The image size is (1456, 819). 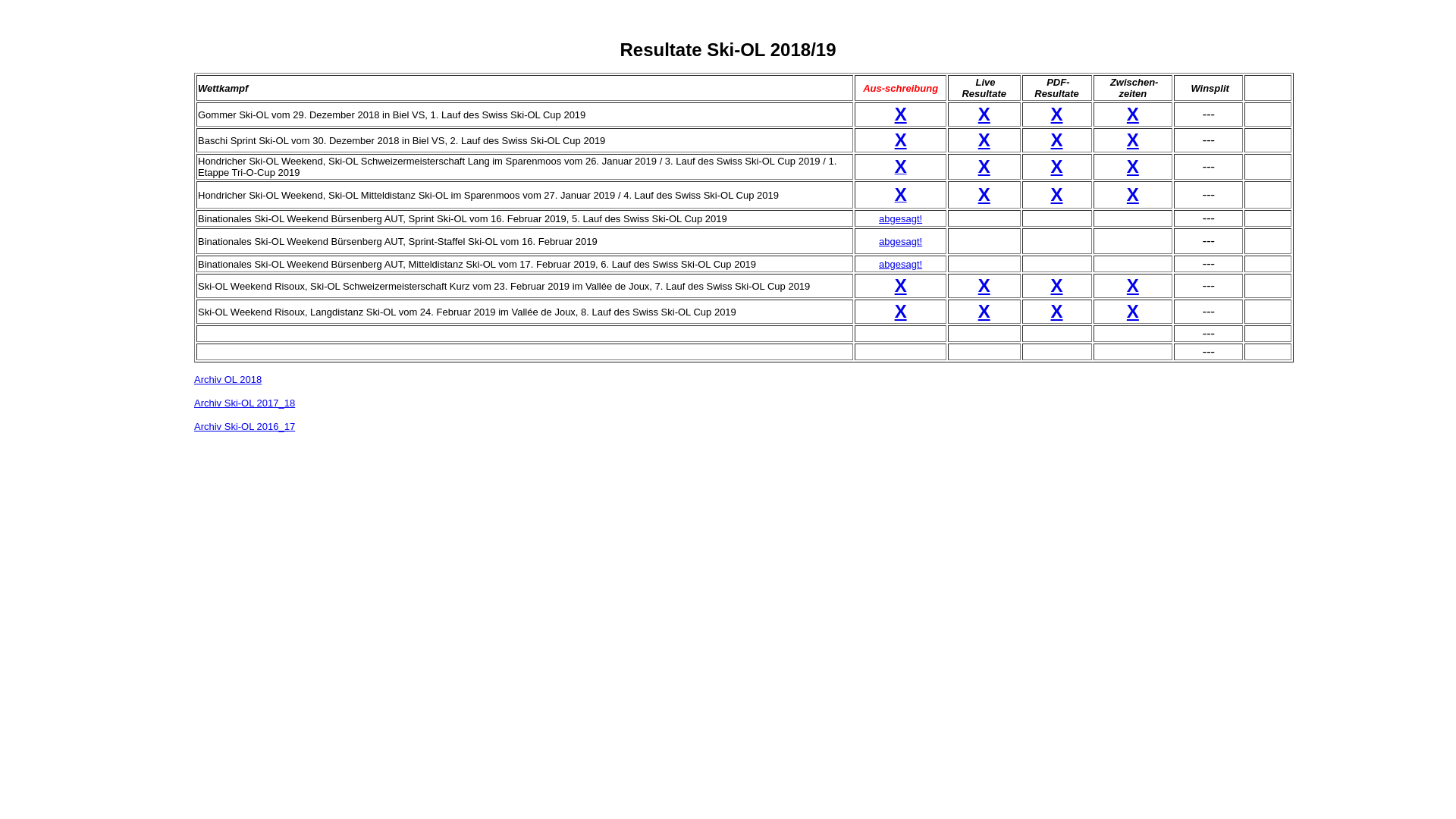 What do you see at coordinates (1132, 166) in the screenshot?
I see `'X'` at bounding box center [1132, 166].